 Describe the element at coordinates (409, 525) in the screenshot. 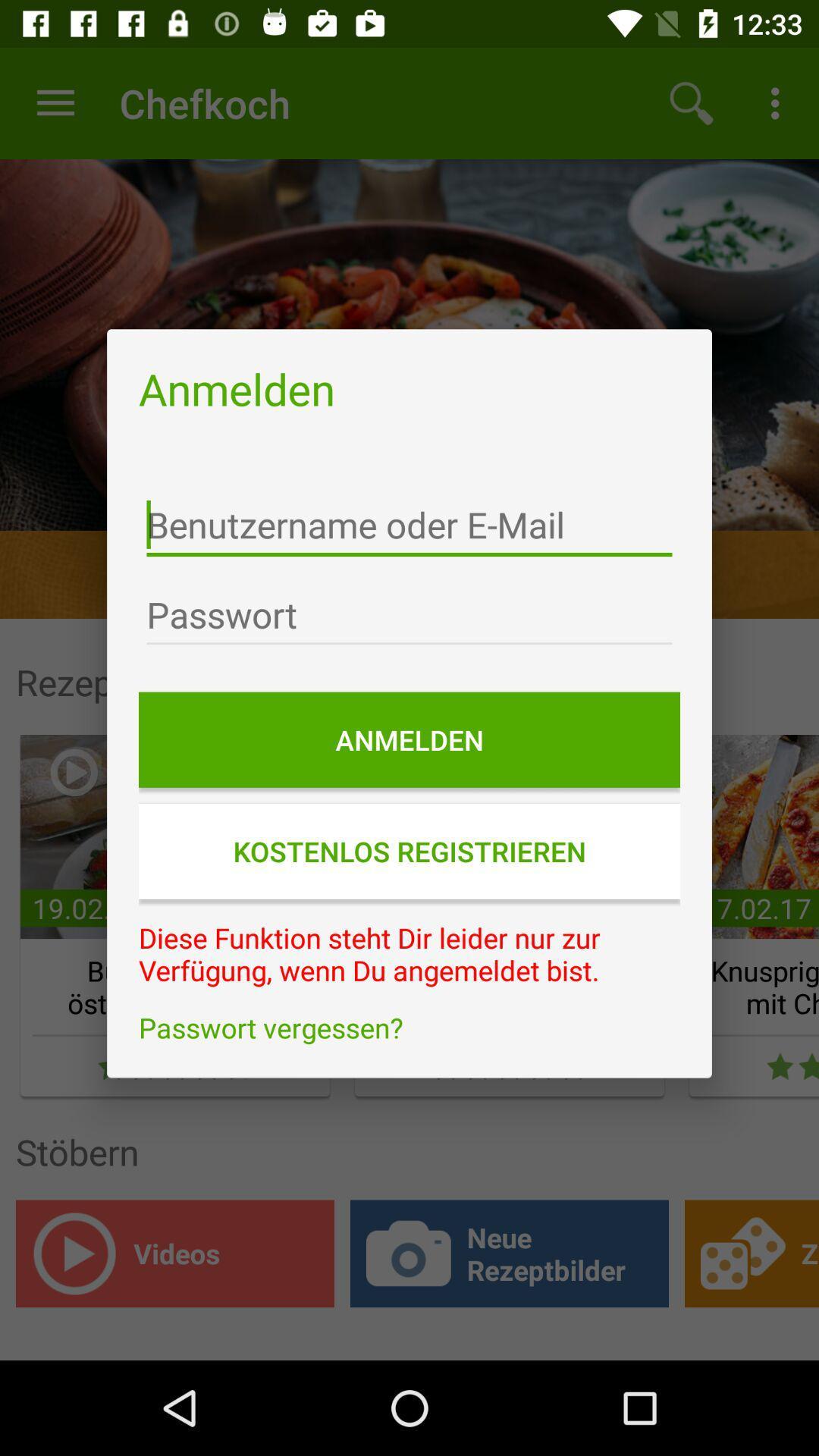

I see `the item below the anmelden icon` at that location.